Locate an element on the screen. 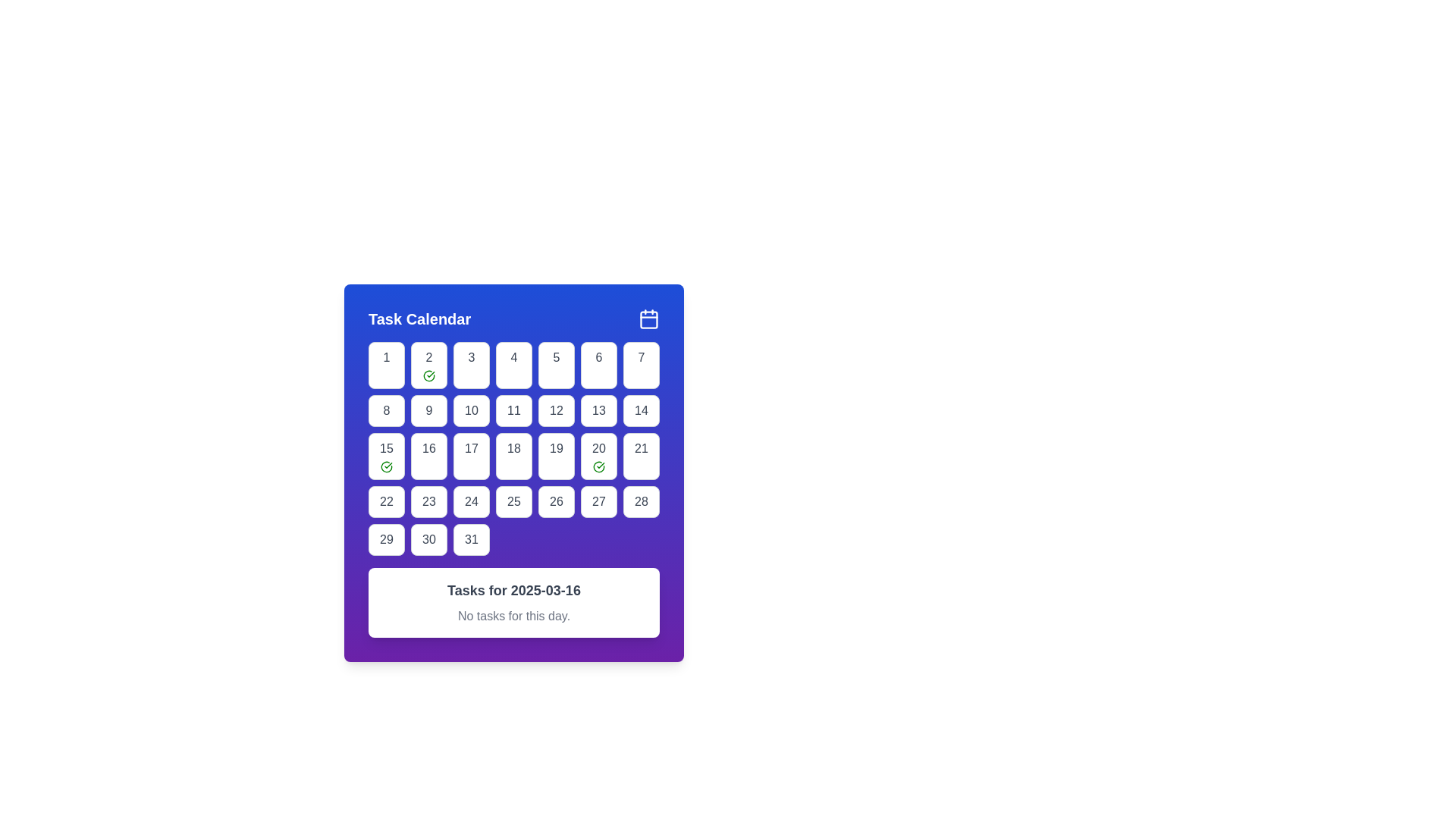 Image resolution: width=1456 pixels, height=819 pixels. the button representing the 31st day in the calendar interface is located at coordinates (471, 539).